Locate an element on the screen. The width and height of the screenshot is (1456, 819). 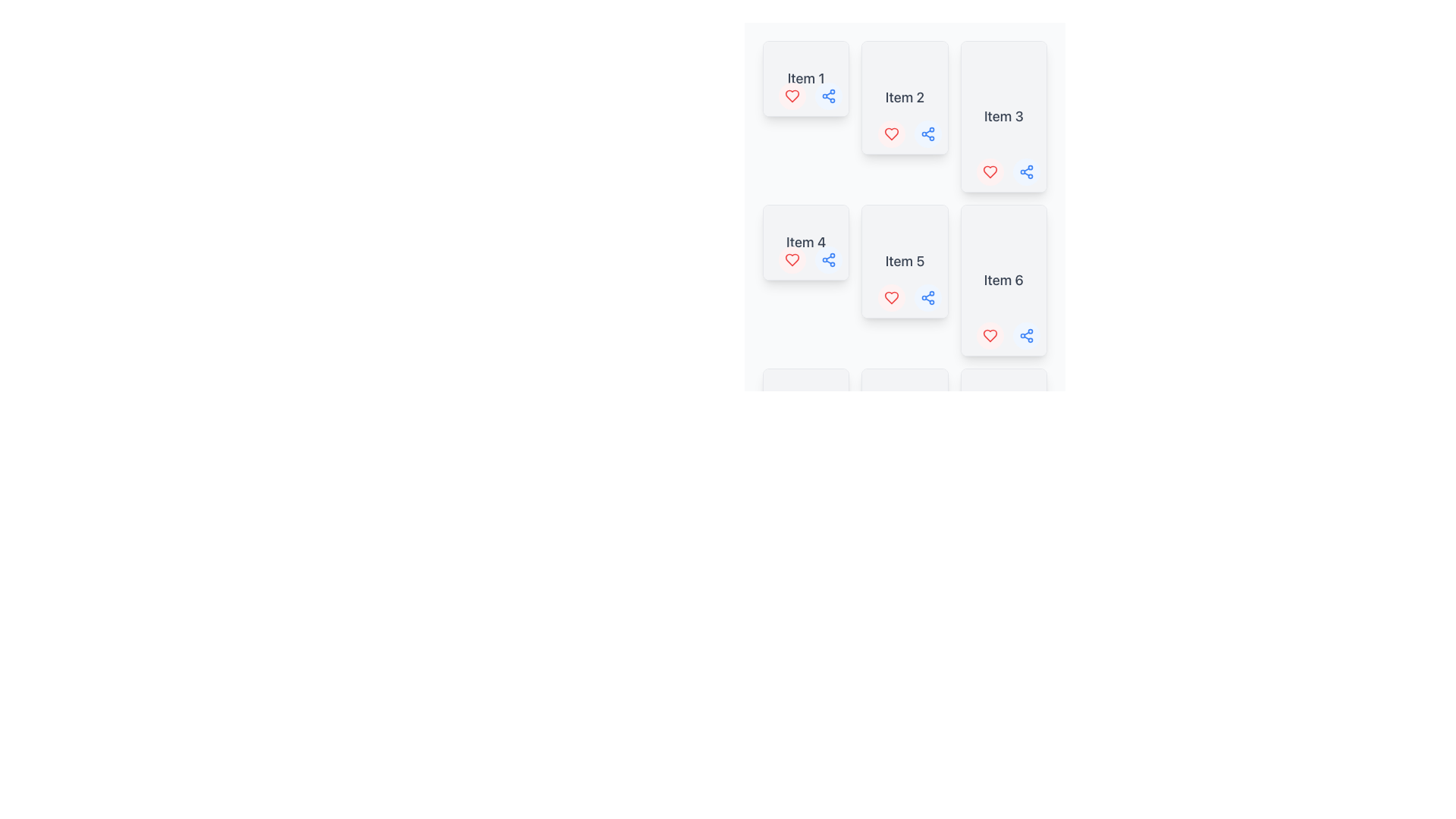
the text label displaying 'Item 3' in a medium-sized font and medium gray color, which is centrally positioned within its card layout in the top right corner of the grid is located at coordinates (1003, 116).